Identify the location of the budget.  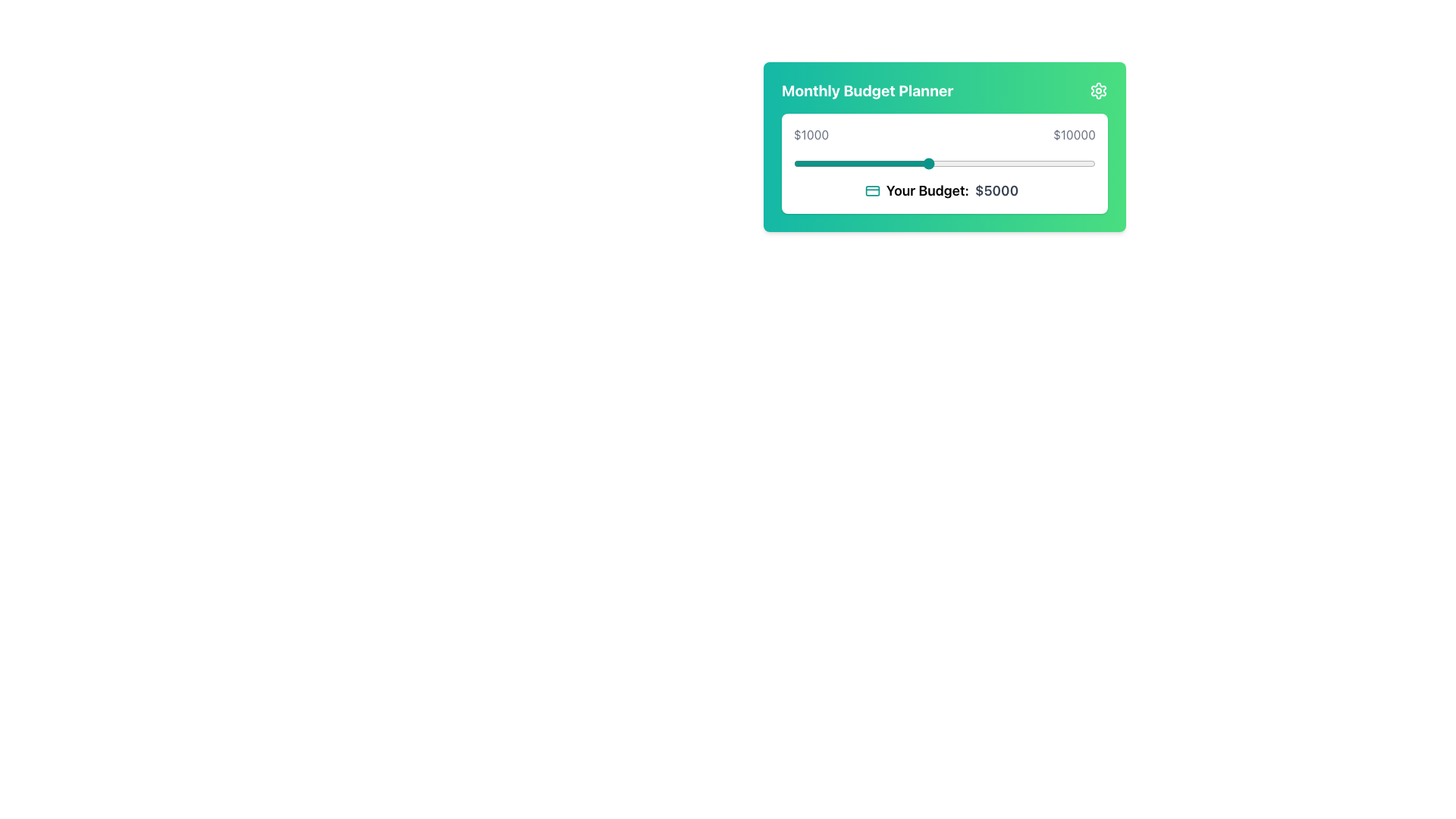
(830, 164).